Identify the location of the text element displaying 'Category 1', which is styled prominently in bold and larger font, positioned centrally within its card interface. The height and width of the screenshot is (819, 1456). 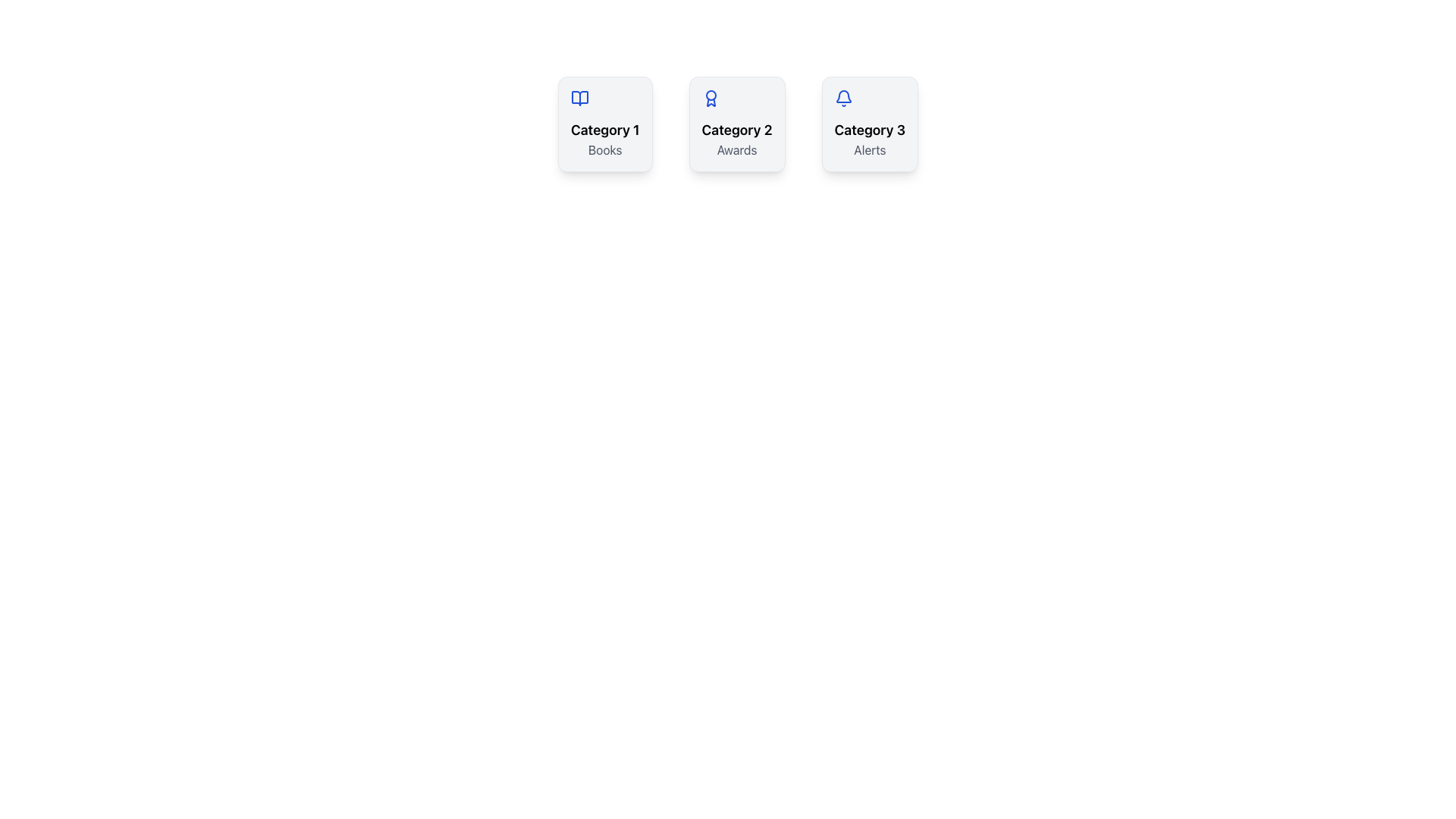
(604, 130).